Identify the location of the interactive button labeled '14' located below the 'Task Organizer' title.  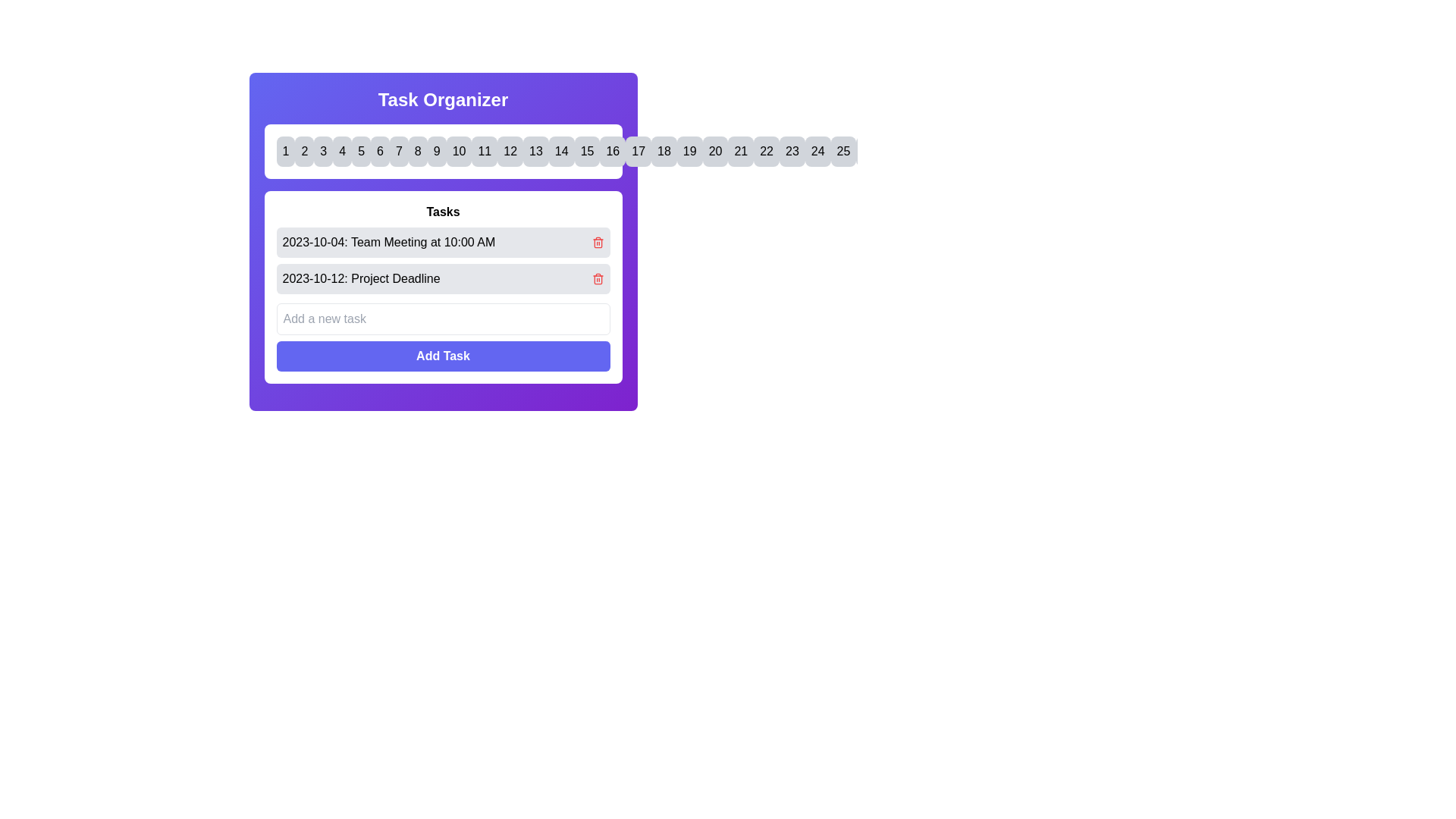
(560, 152).